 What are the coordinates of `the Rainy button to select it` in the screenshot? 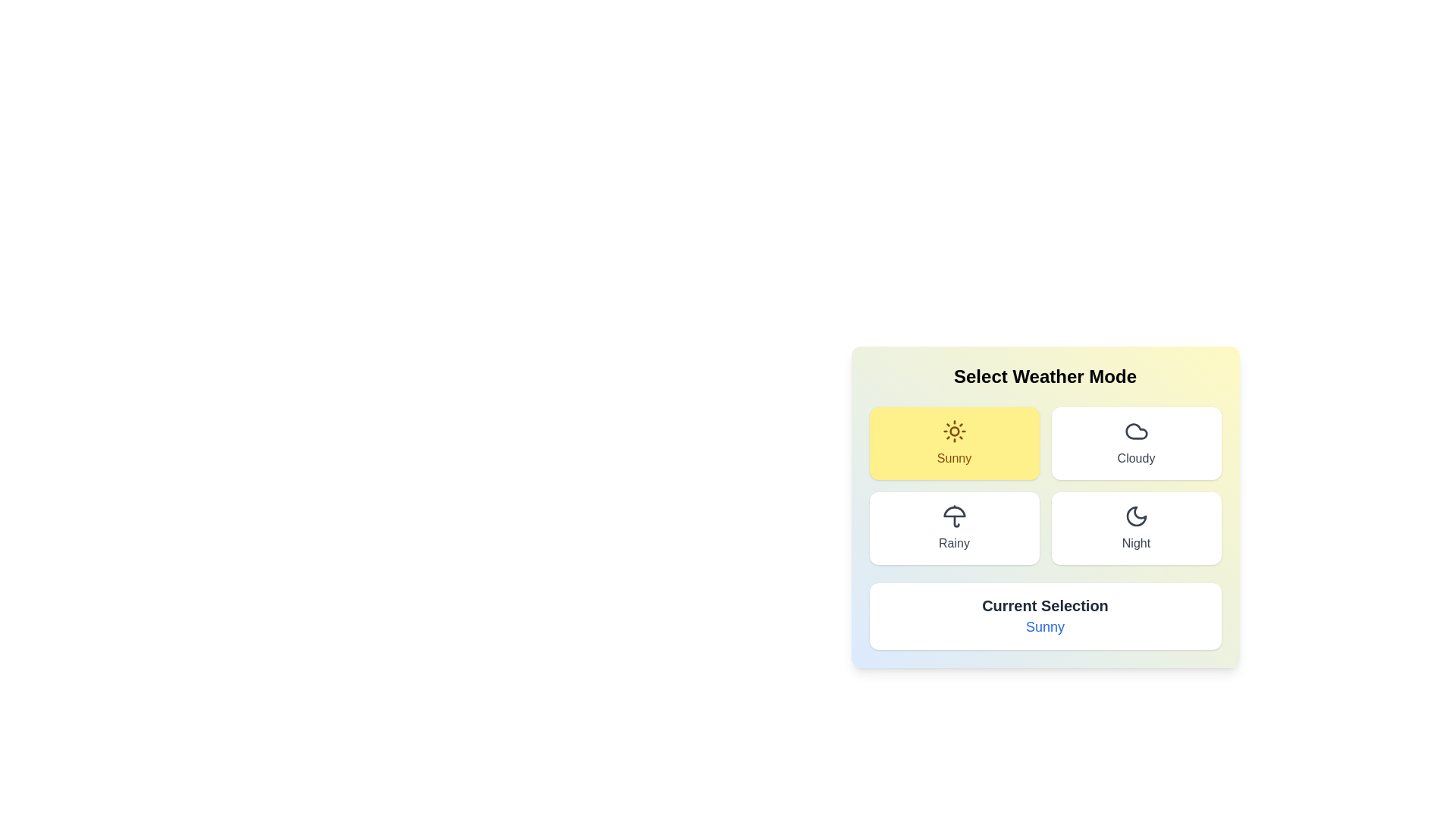 It's located at (953, 528).